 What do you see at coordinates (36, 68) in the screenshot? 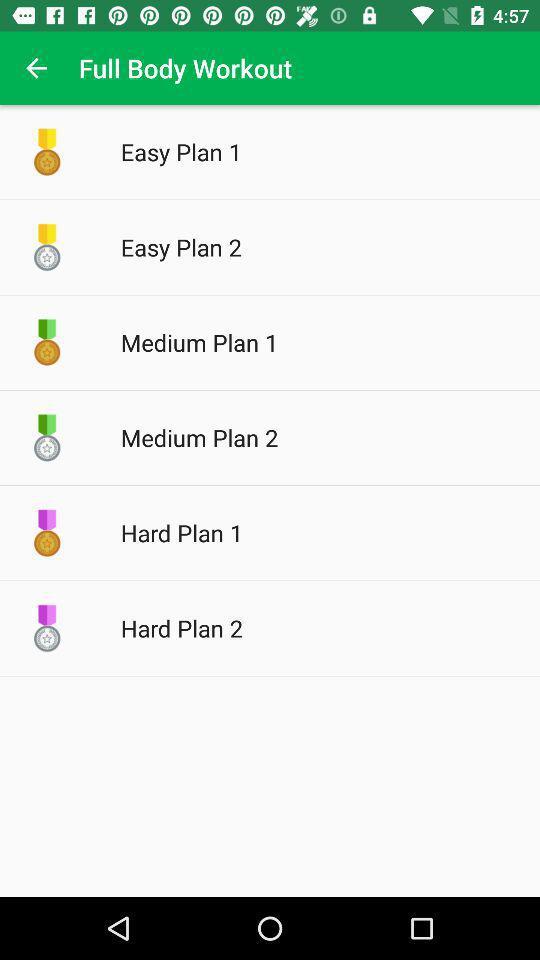
I see `item to the left of the full body workout app` at bounding box center [36, 68].